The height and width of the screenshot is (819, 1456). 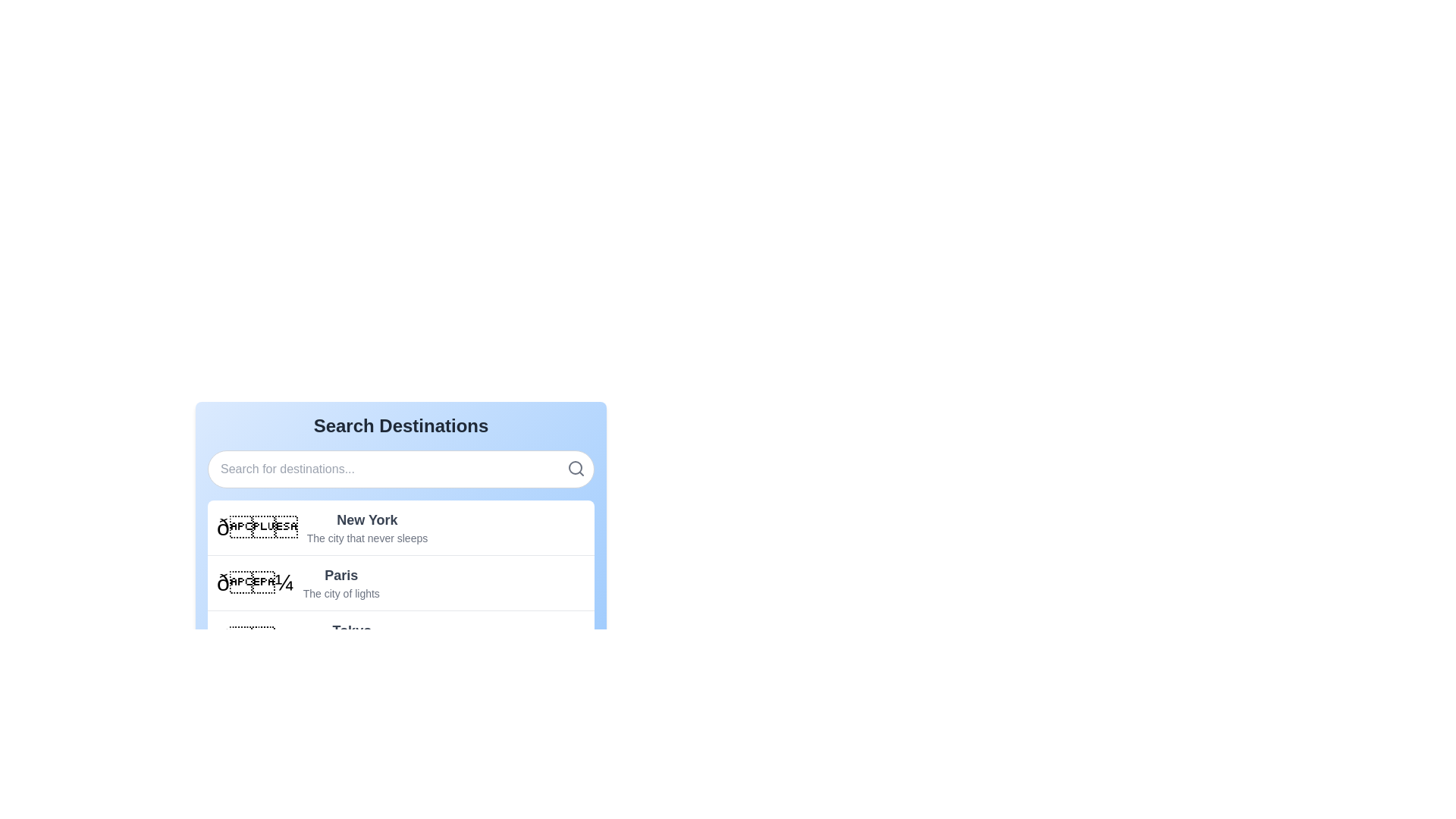 What do you see at coordinates (367, 519) in the screenshot?
I see `the text label displaying 'New York', which is the title text for the first item in a list of options` at bounding box center [367, 519].